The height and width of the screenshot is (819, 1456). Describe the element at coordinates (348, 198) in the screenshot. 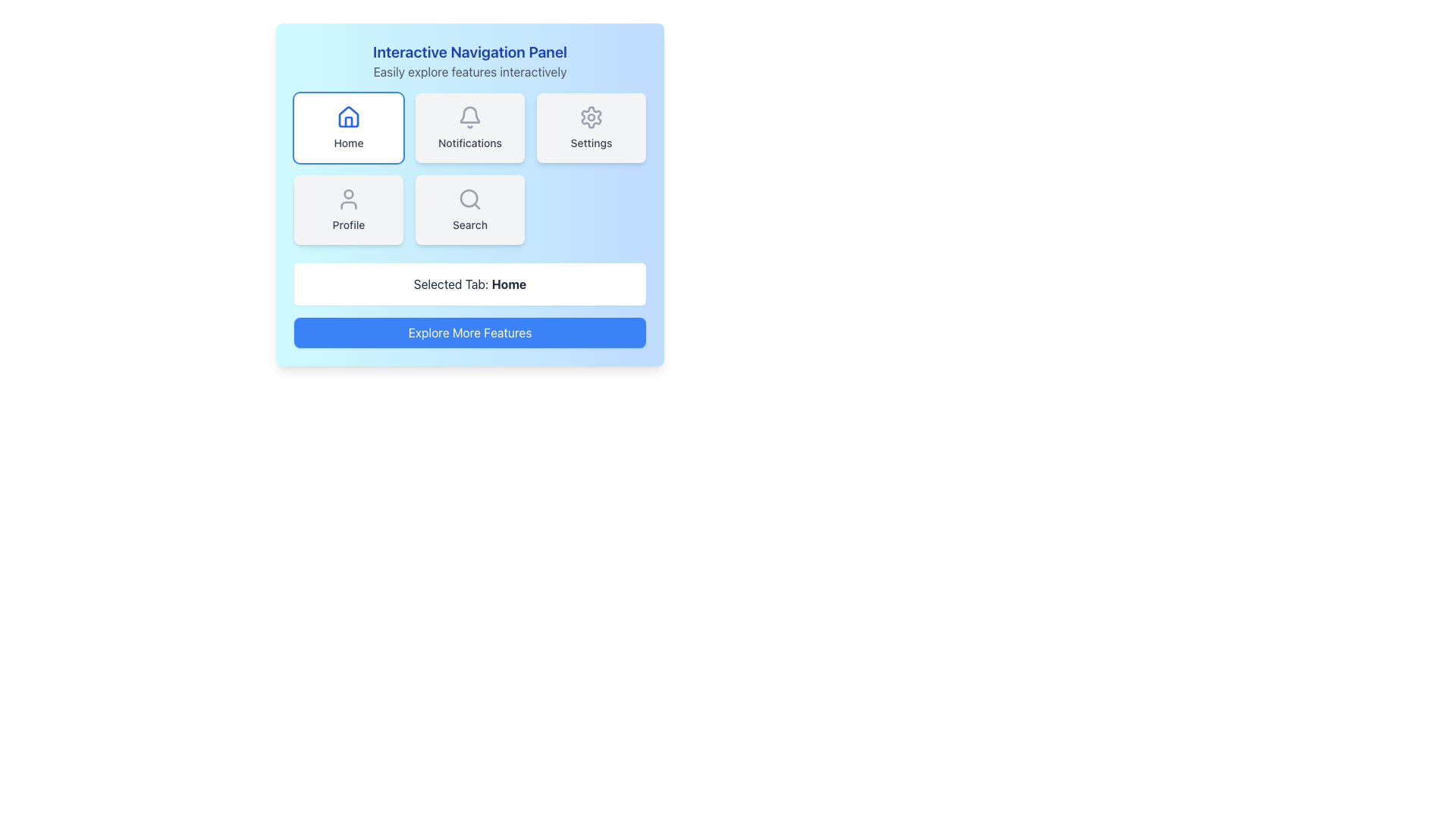

I see `the user icon, which is styled with a circular head and curved shoulders, located in the 'Profile' button group at the top-center of a four-button navigation panel` at that location.